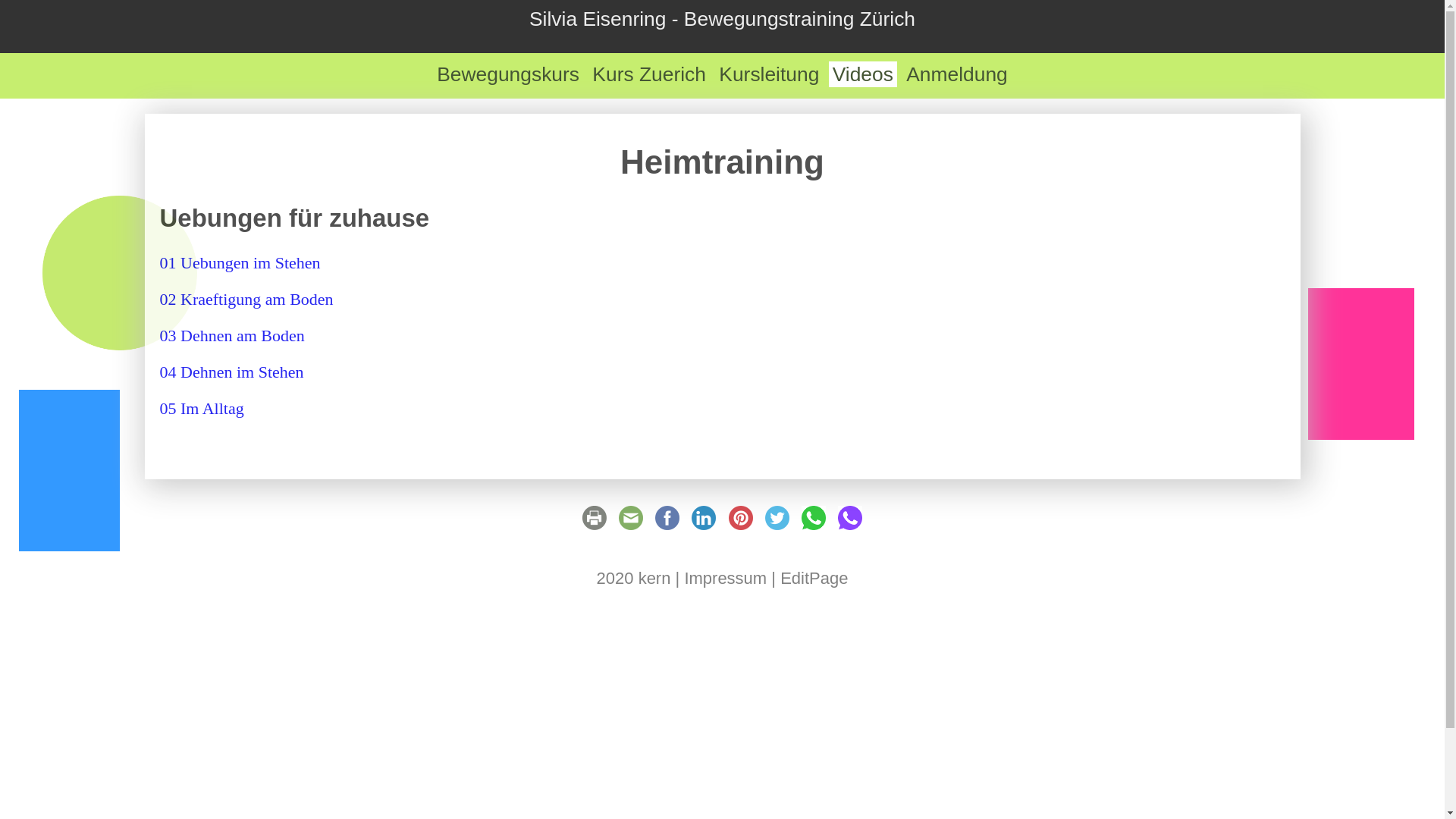 The image size is (1456, 819). I want to click on '04 Dehnen im Stehen', so click(231, 372).